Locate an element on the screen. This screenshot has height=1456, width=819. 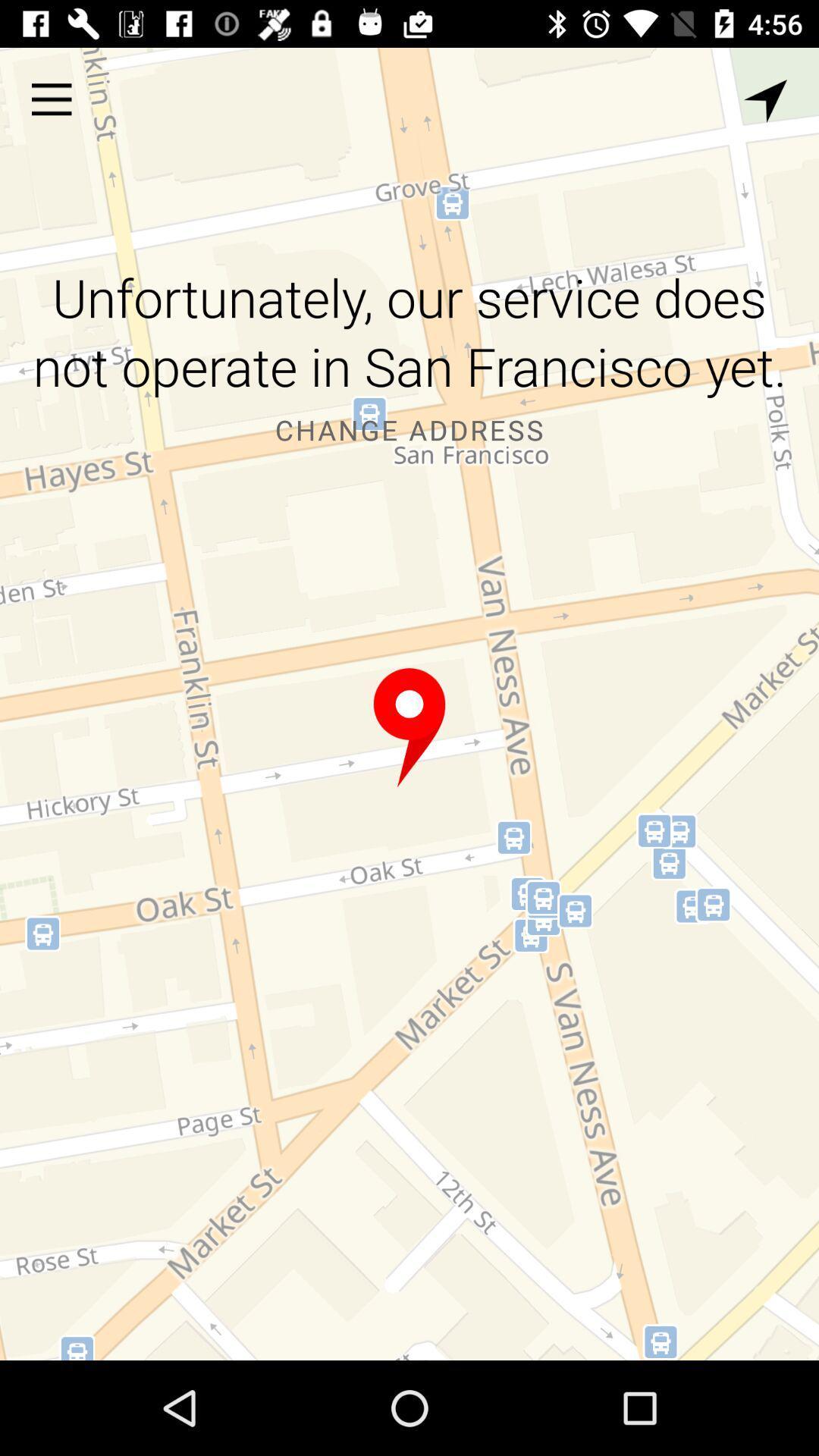
choose the location is located at coordinates (409, 728).